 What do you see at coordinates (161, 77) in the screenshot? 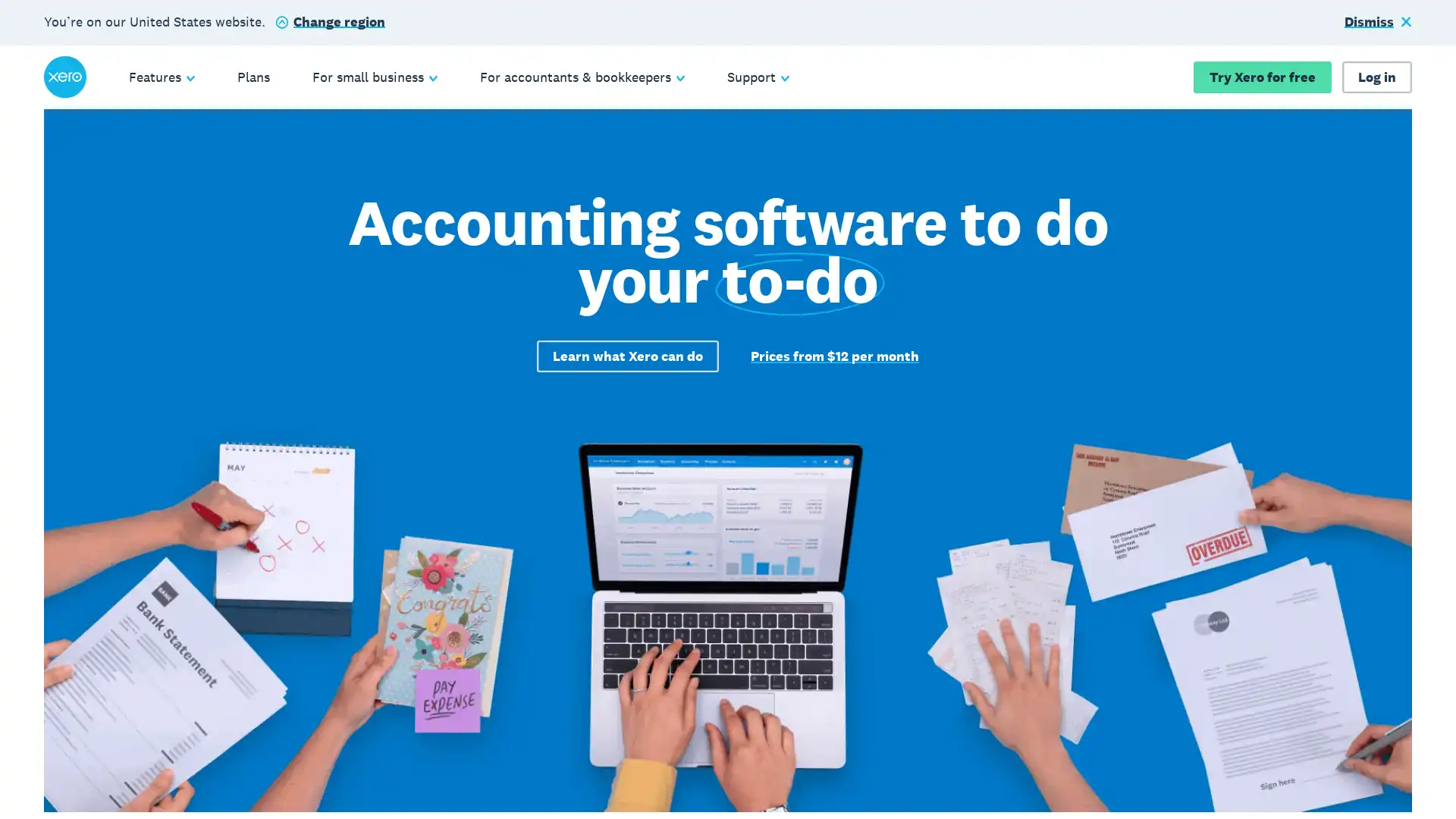
I see `Features` at bounding box center [161, 77].